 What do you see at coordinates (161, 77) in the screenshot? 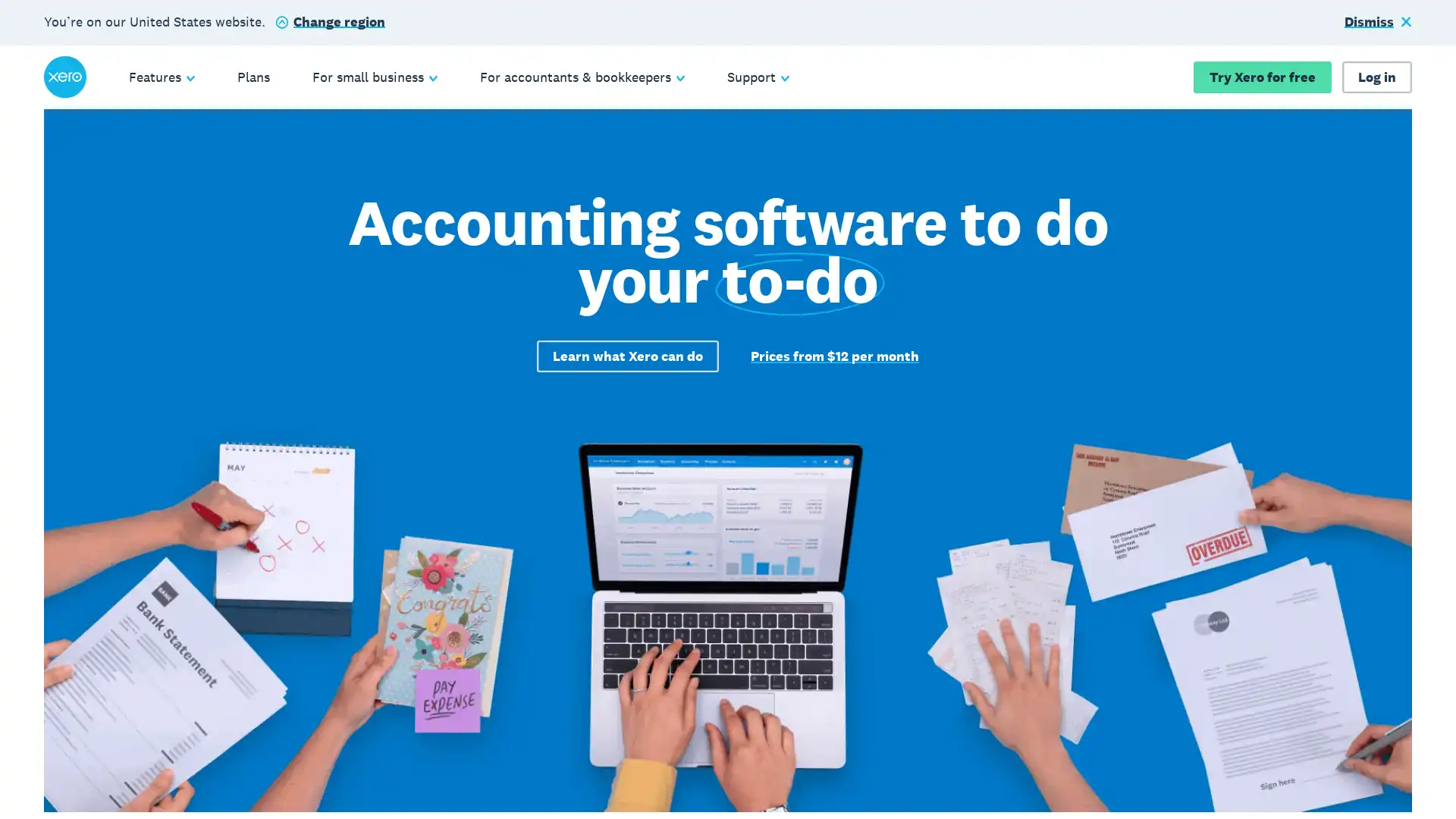
I see `Features` at bounding box center [161, 77].